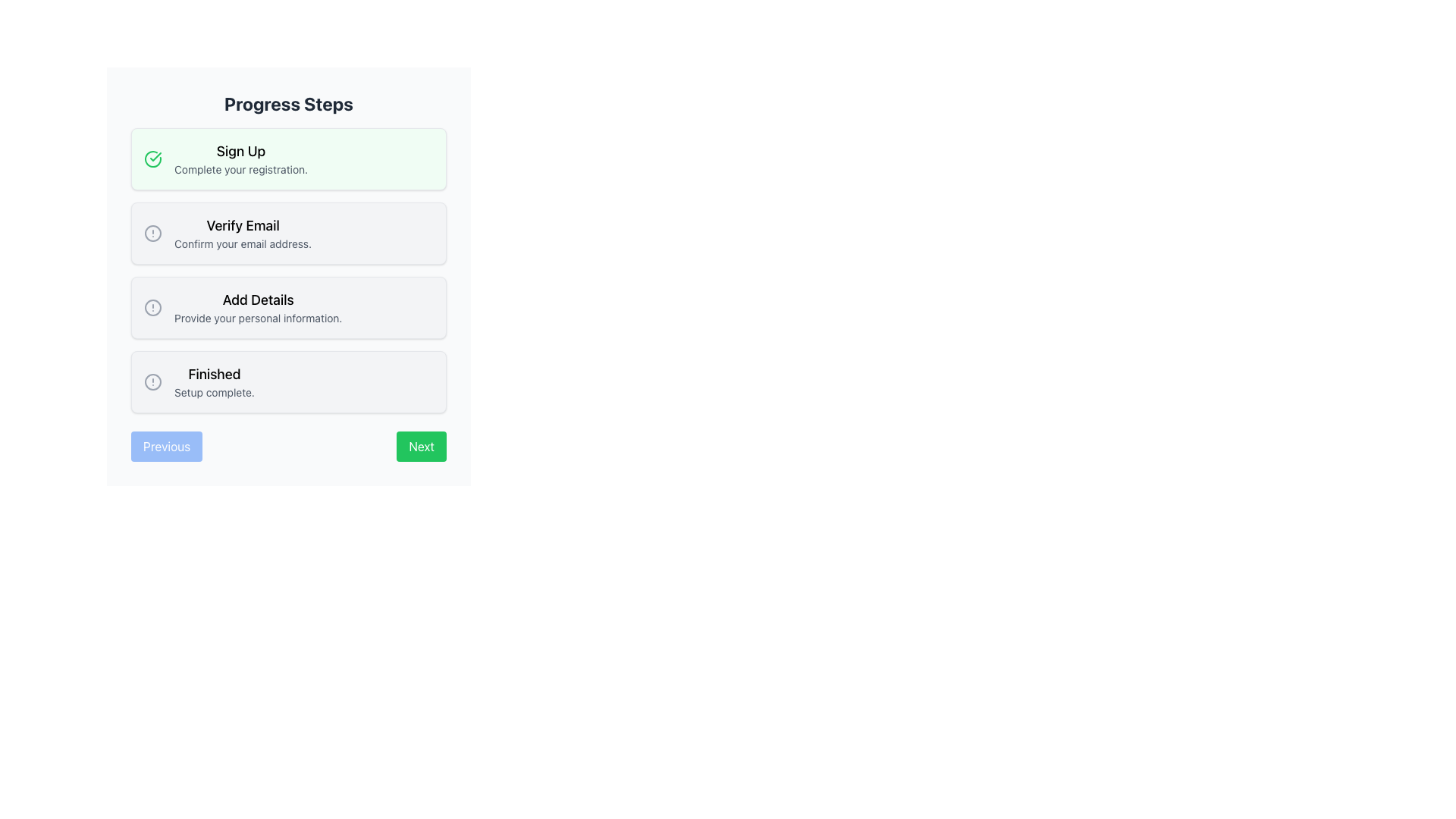  I want to click on the text label that reads 'Provide your personal information.' which is part of the 'Add Details' step in the progress indicator, so click(258, 318).